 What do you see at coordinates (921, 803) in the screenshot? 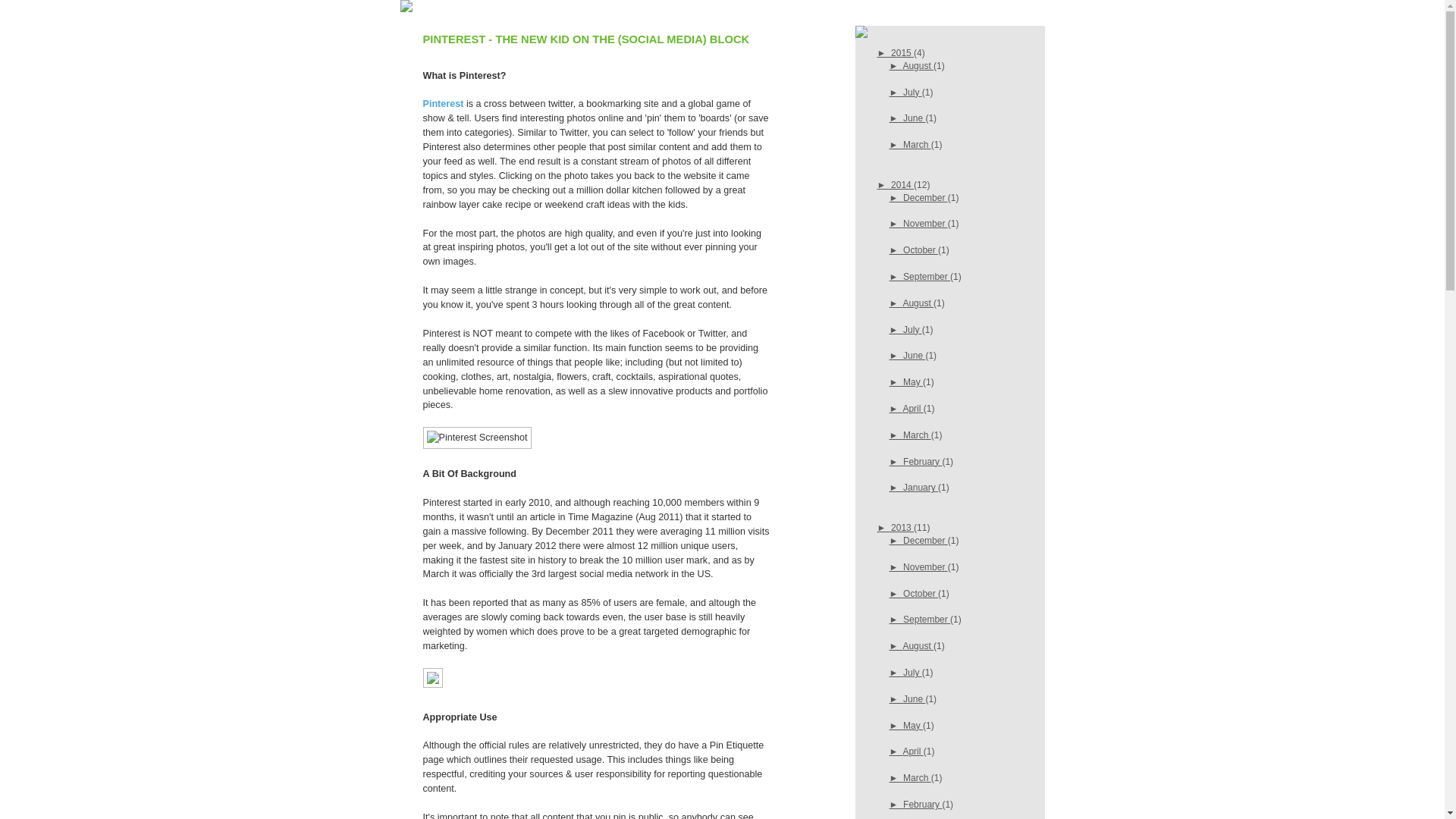
I see `'February'` at bounding box center [921, 803].